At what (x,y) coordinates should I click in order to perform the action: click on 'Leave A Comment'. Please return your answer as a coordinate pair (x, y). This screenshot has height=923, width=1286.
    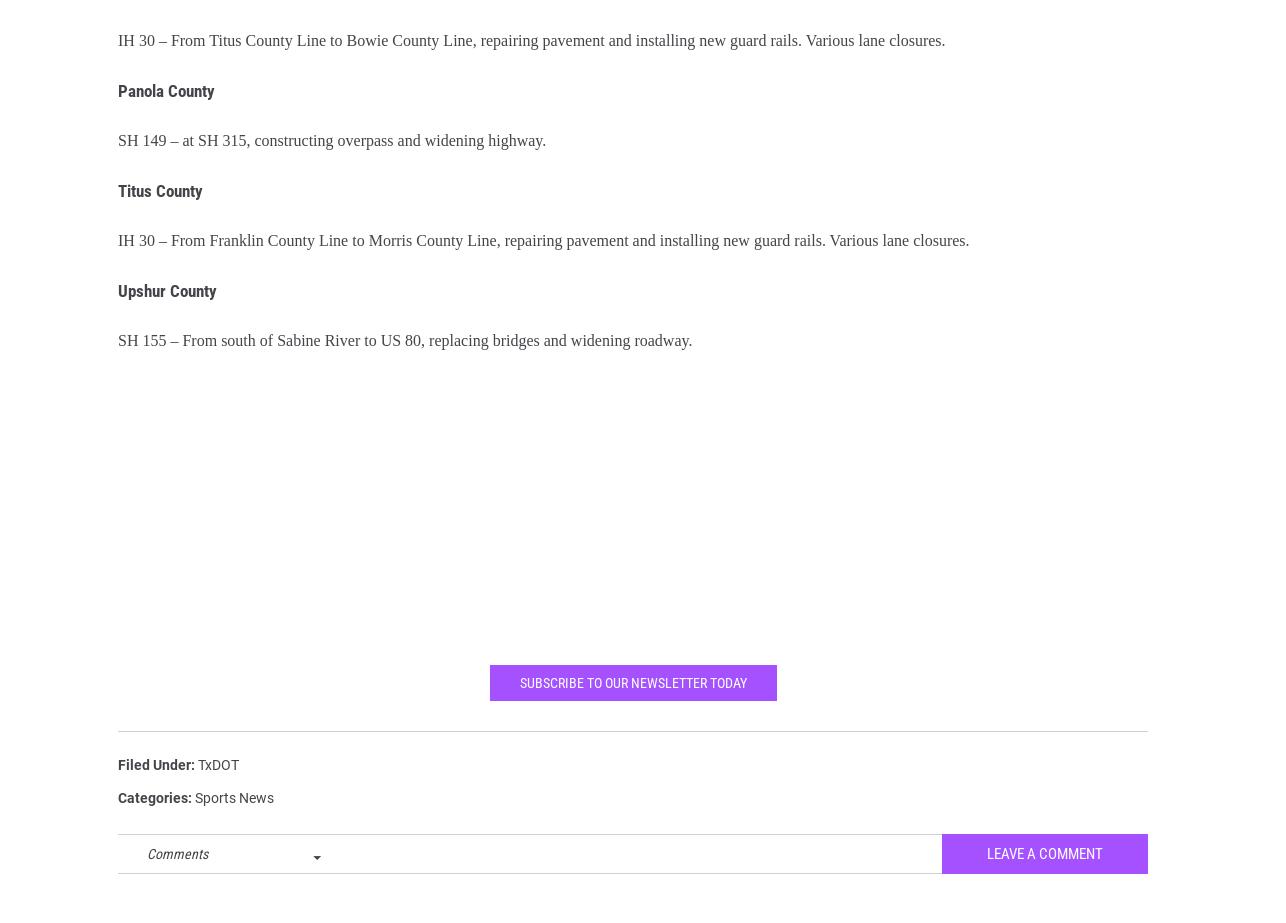
    Looking at the image, I should click on (1044, 866).